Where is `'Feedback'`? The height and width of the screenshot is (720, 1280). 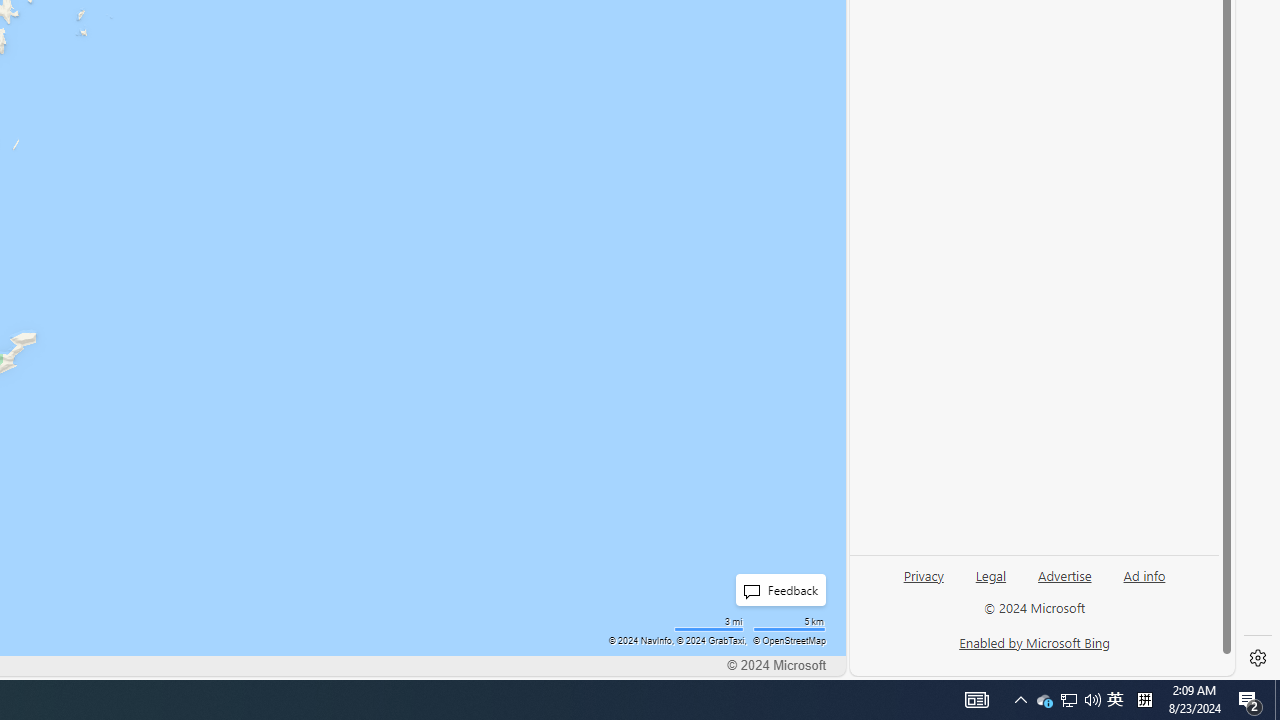
'Feedback' is located at coordinates (779, 589).